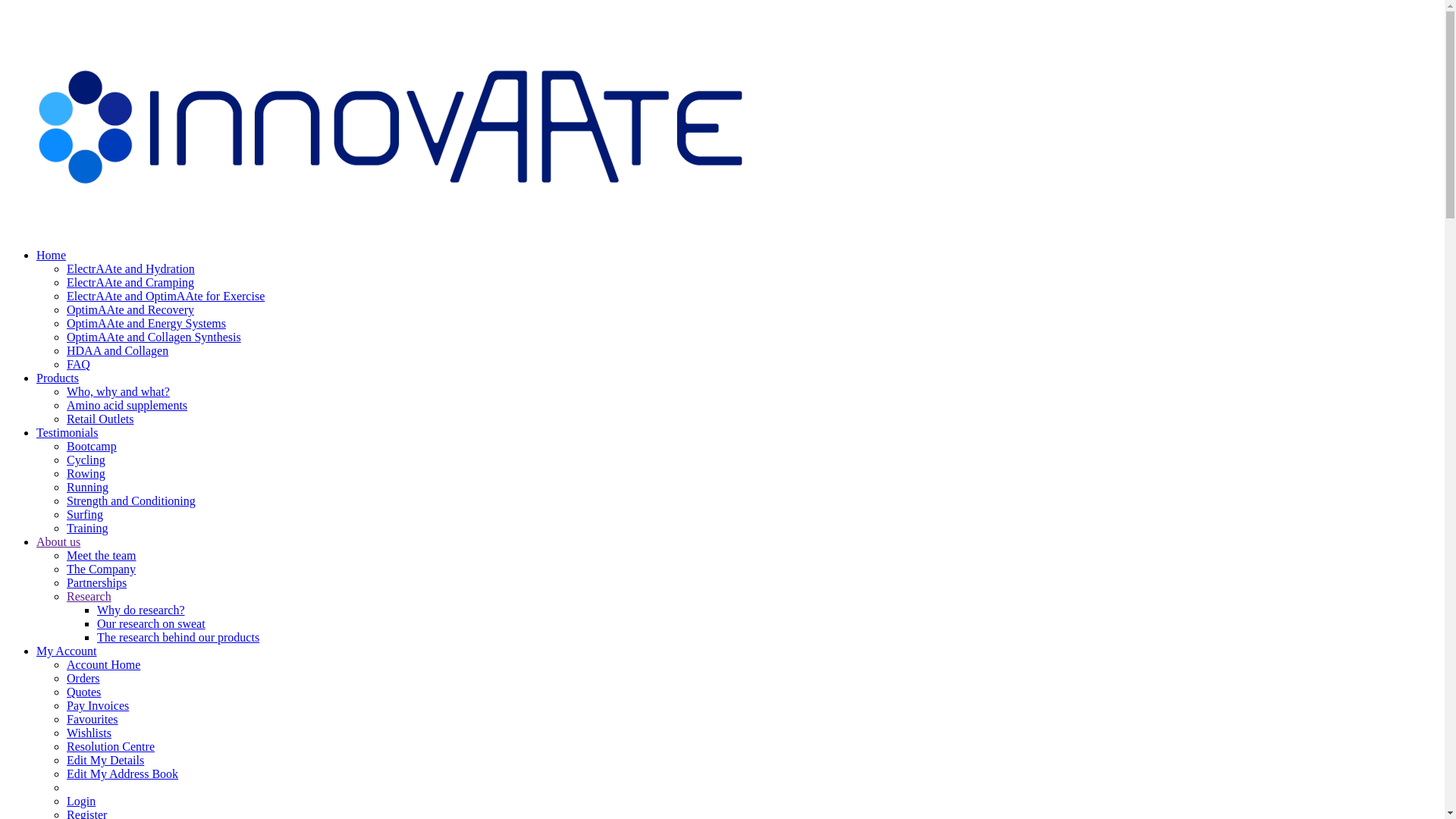 The width and height of the screenshot is (1456, 819). I want to click on 'Favourites', so click(91, 718).